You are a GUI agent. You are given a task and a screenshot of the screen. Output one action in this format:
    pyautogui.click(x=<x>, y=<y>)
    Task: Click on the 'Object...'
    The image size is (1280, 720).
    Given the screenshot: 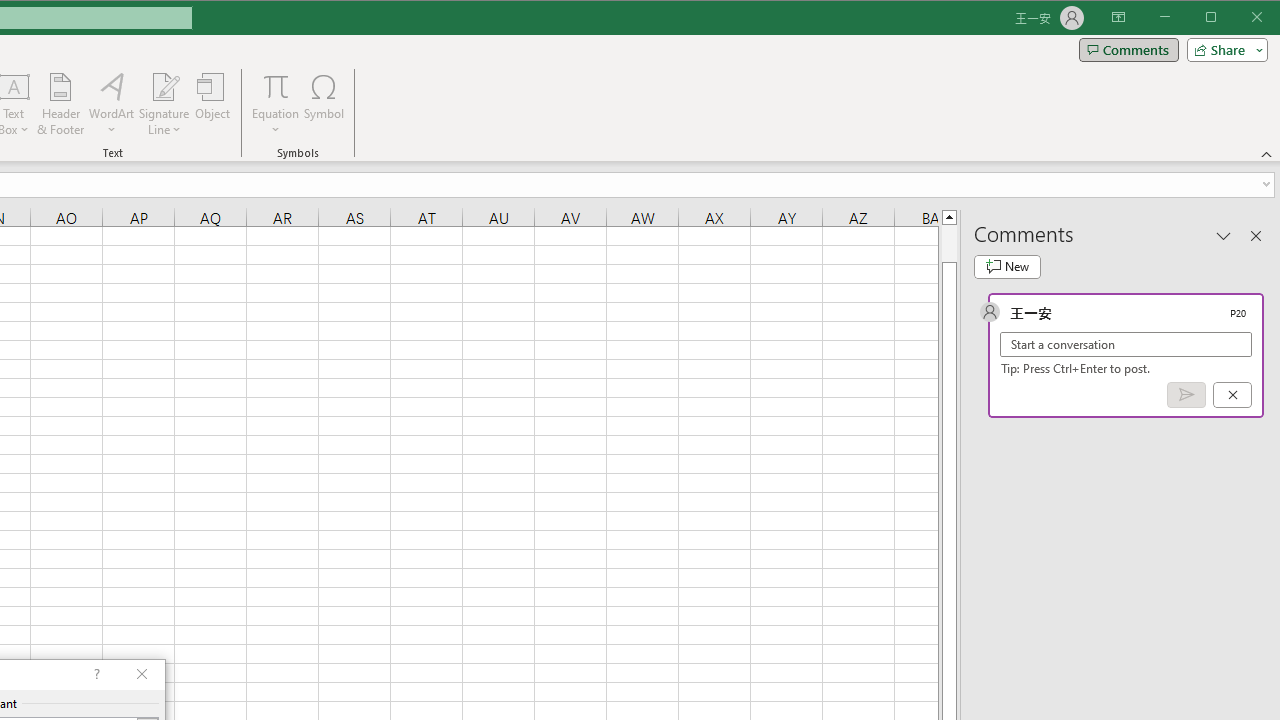 What is the action you would take?
    pyautogui.click(x=213, y=104)
    